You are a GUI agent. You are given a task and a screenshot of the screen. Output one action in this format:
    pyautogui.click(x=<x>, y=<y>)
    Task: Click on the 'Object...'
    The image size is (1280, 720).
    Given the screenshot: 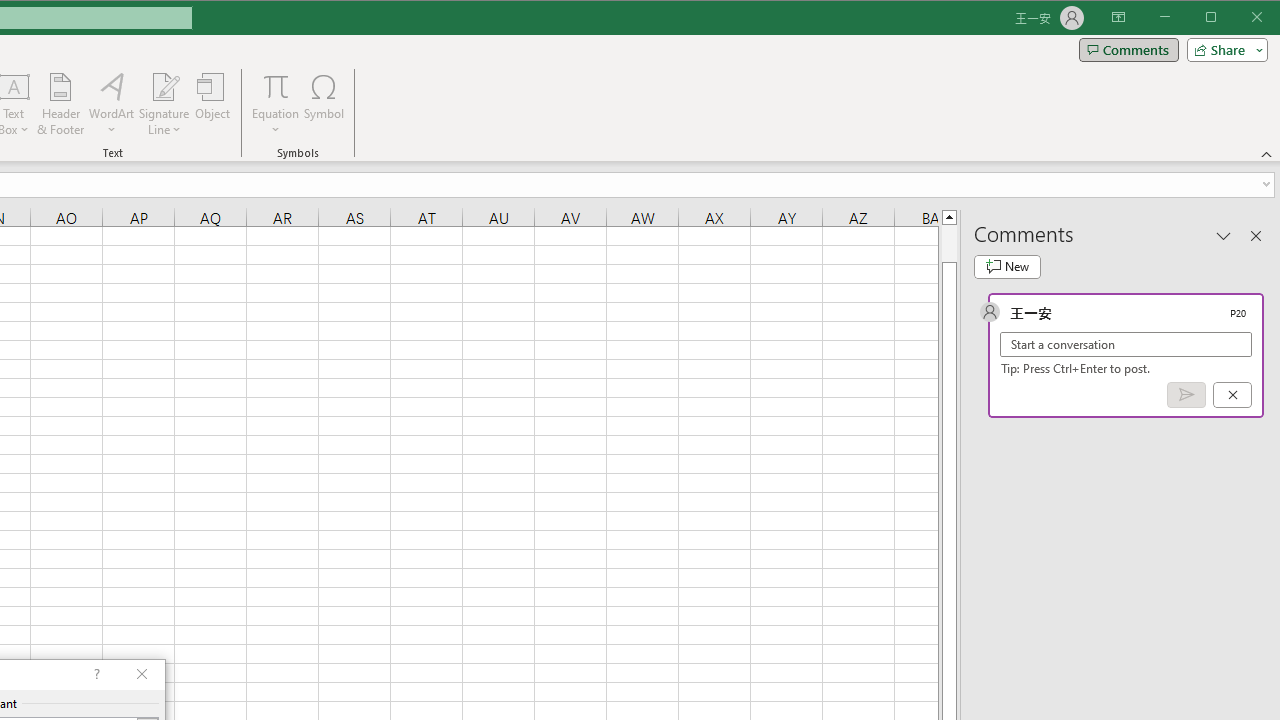 What is the action you would take?
    pyautogui.click(x=213, y=104)
    